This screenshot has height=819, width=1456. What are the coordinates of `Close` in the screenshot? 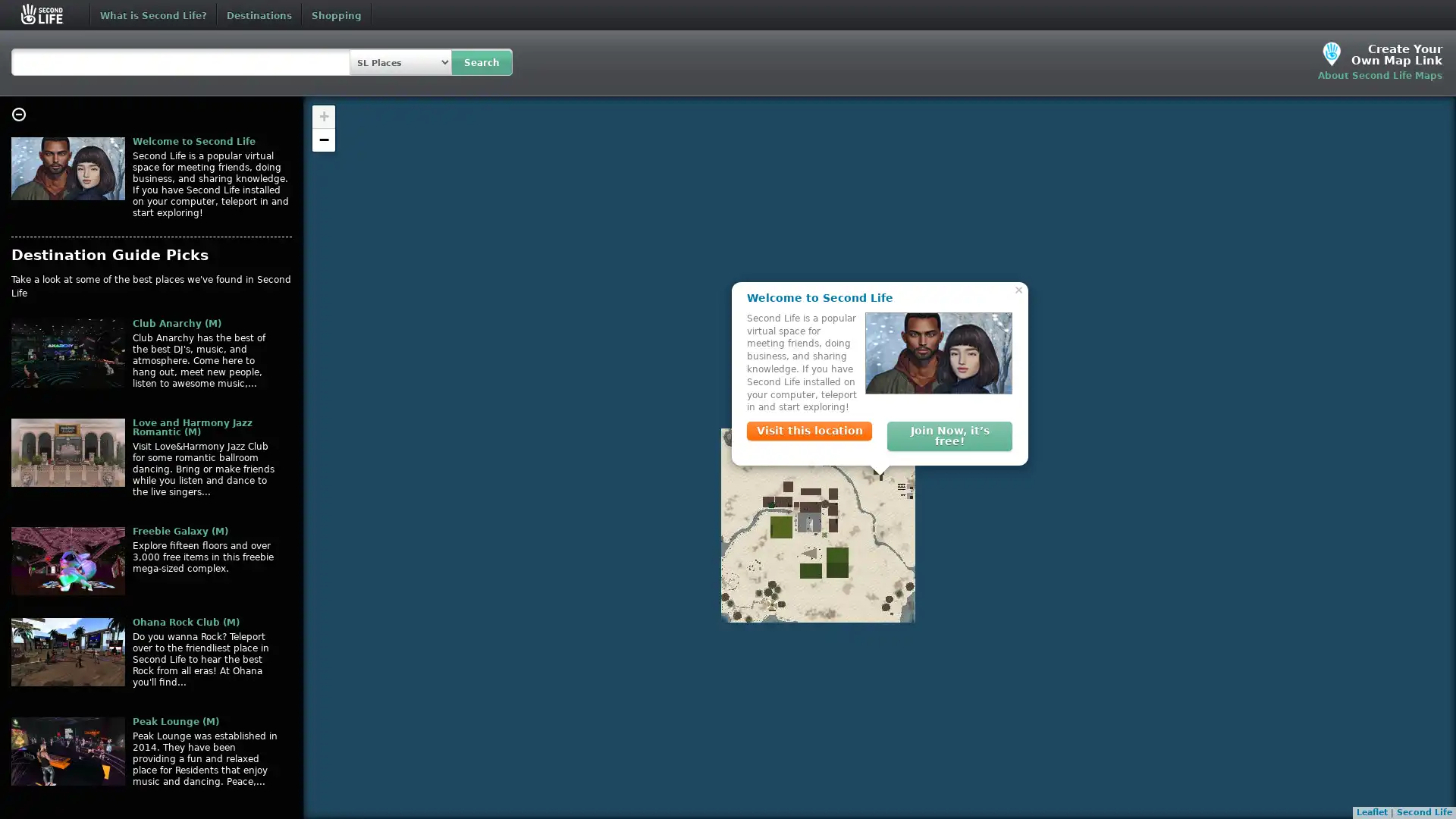 It's located at (1135, 744).